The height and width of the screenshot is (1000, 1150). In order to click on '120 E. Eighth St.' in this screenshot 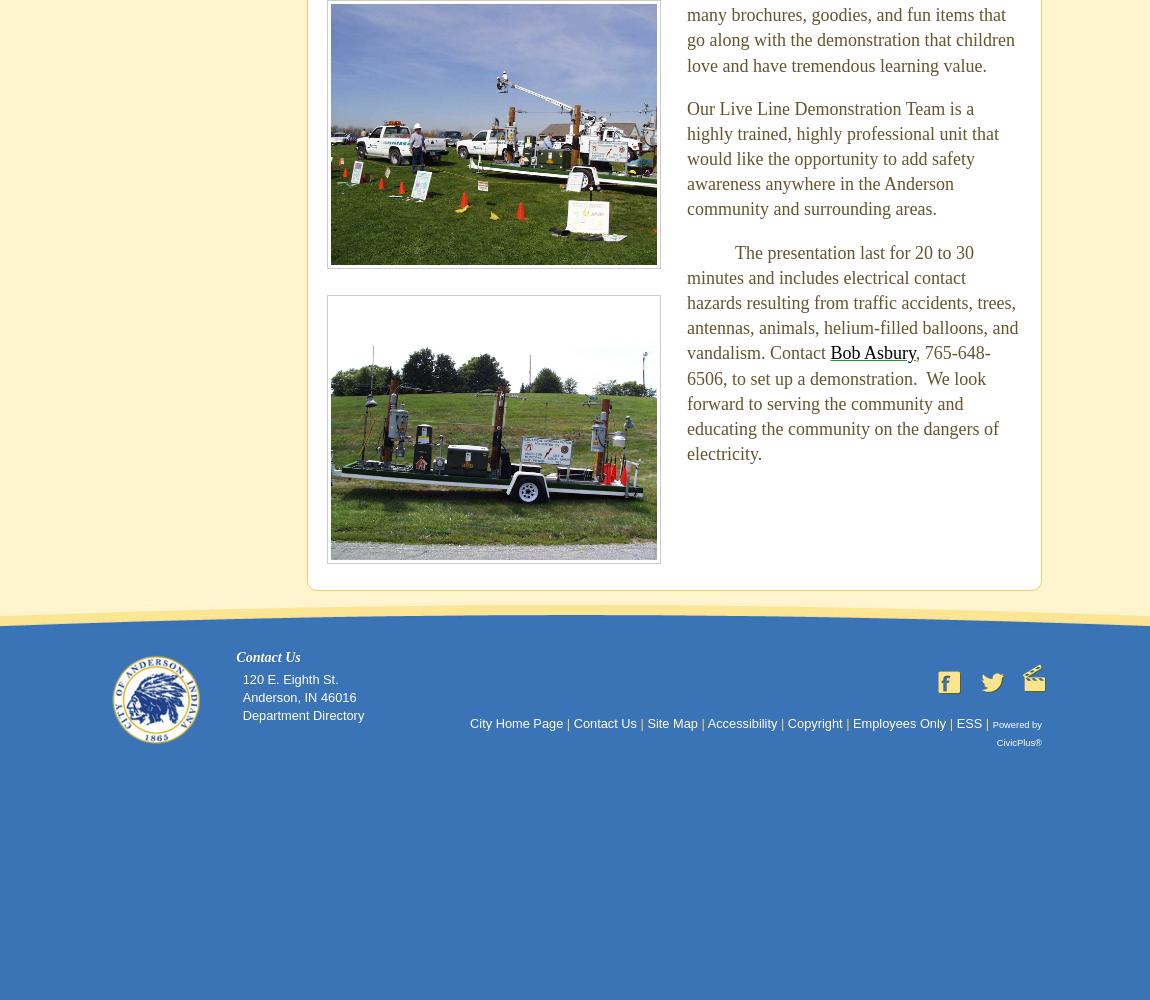, I will do `click(290, 679)`.